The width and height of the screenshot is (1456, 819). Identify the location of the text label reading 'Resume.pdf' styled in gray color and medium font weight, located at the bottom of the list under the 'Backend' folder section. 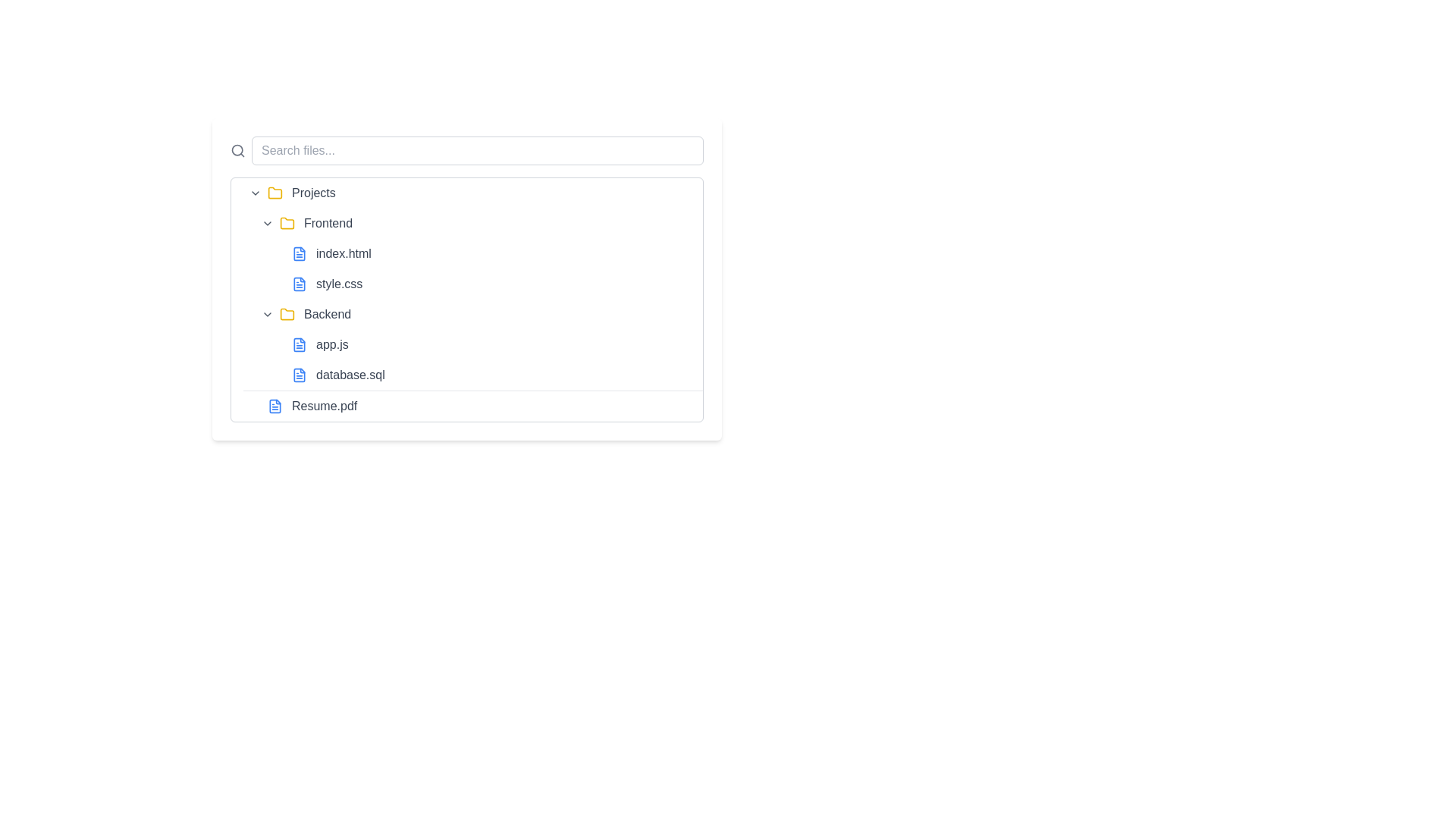
(323, 406).